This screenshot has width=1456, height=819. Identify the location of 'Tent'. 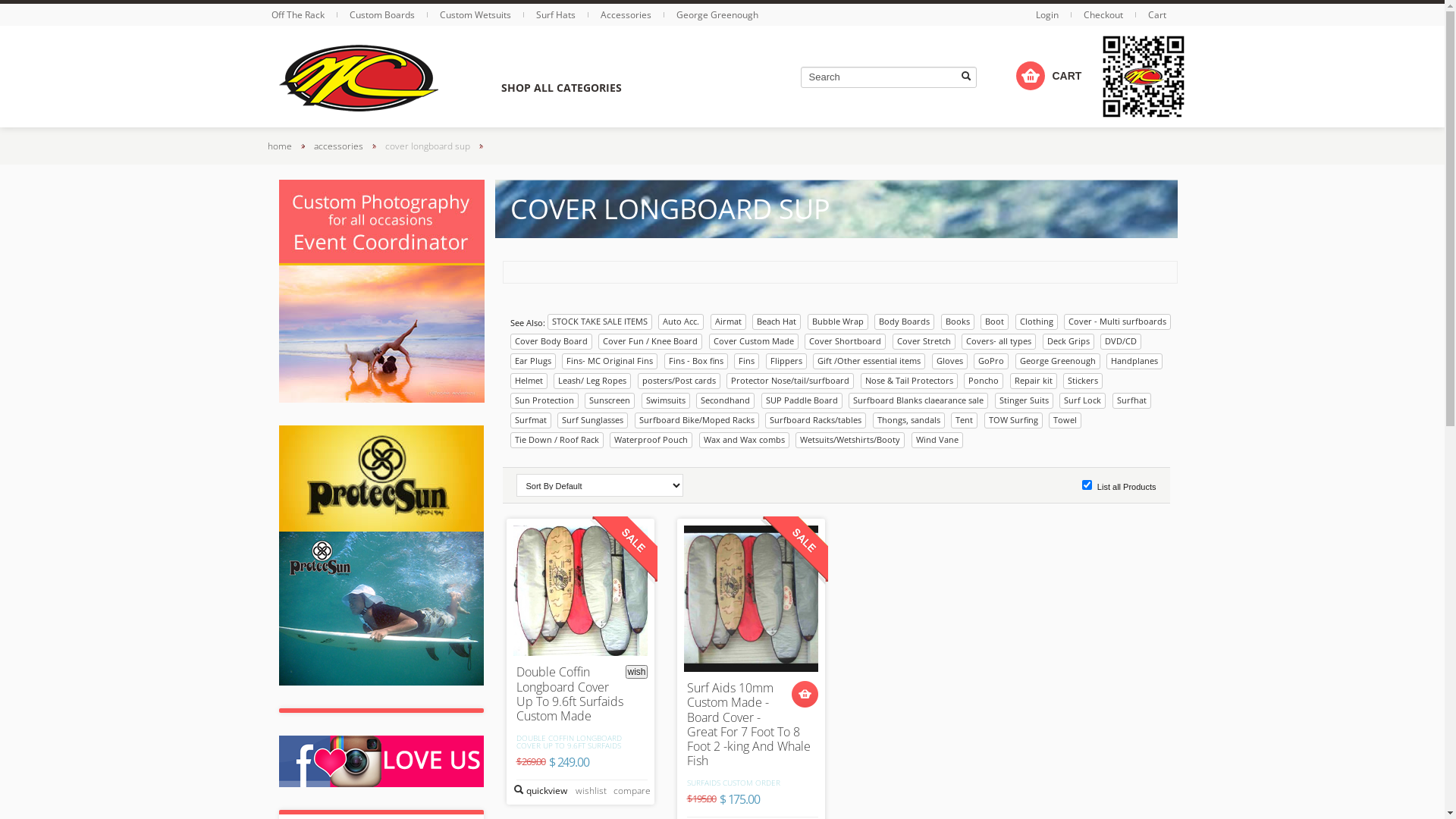
(963, 420).